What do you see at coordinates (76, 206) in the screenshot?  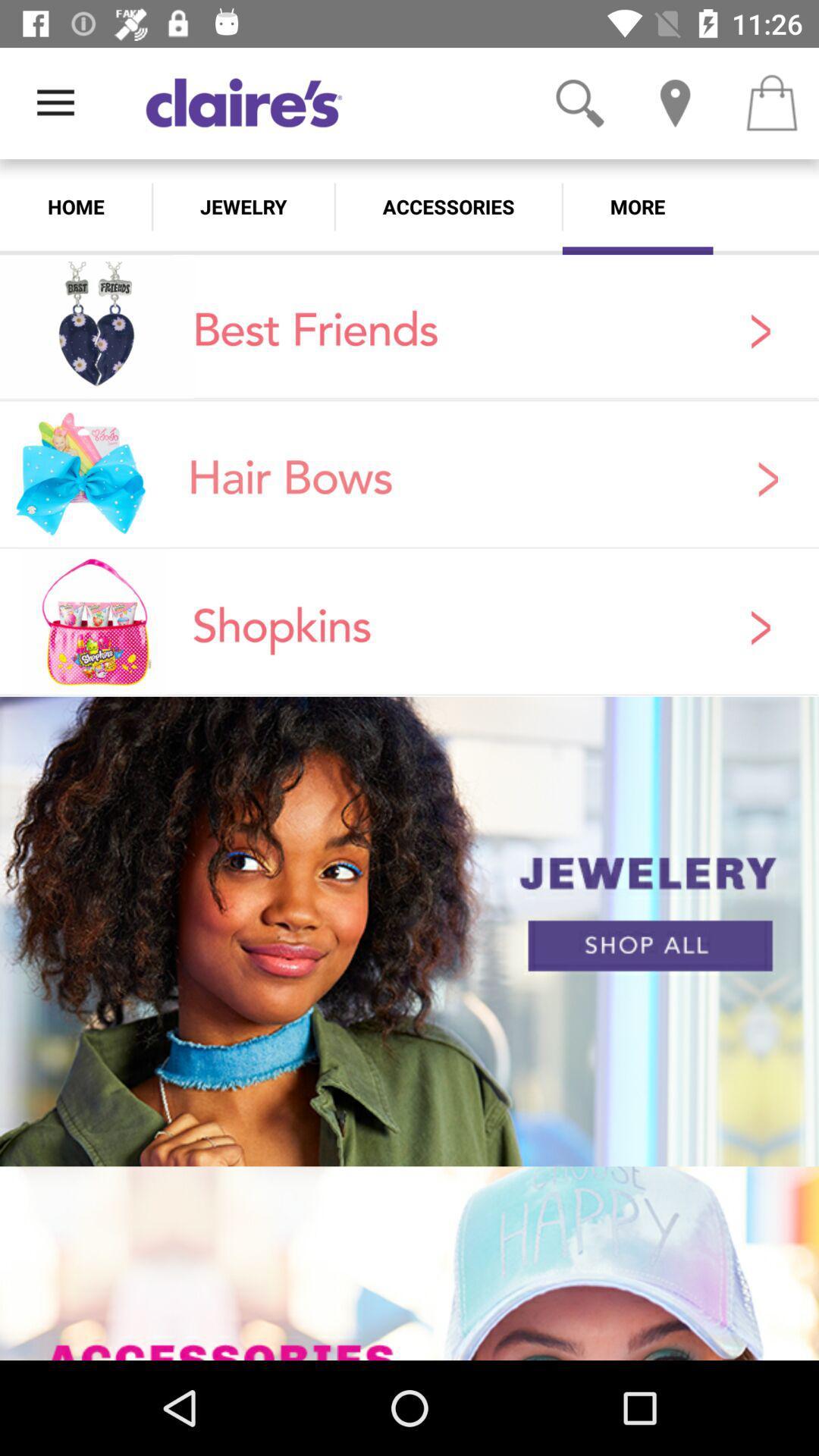 I see `the app next to jewelry` at bounding box center [76, 206].